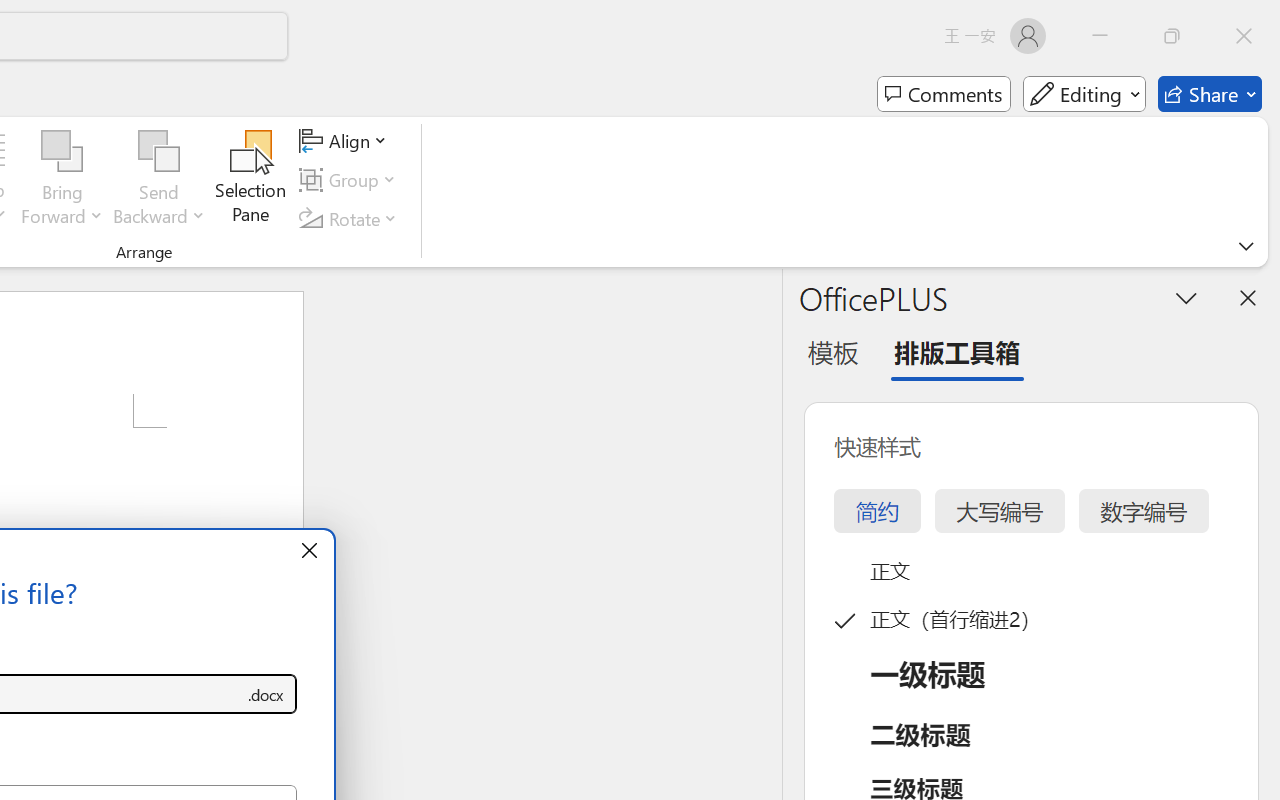 This screenshot has height=800, width=1280. I want to click on 'Send Backward', so click(158, 151).